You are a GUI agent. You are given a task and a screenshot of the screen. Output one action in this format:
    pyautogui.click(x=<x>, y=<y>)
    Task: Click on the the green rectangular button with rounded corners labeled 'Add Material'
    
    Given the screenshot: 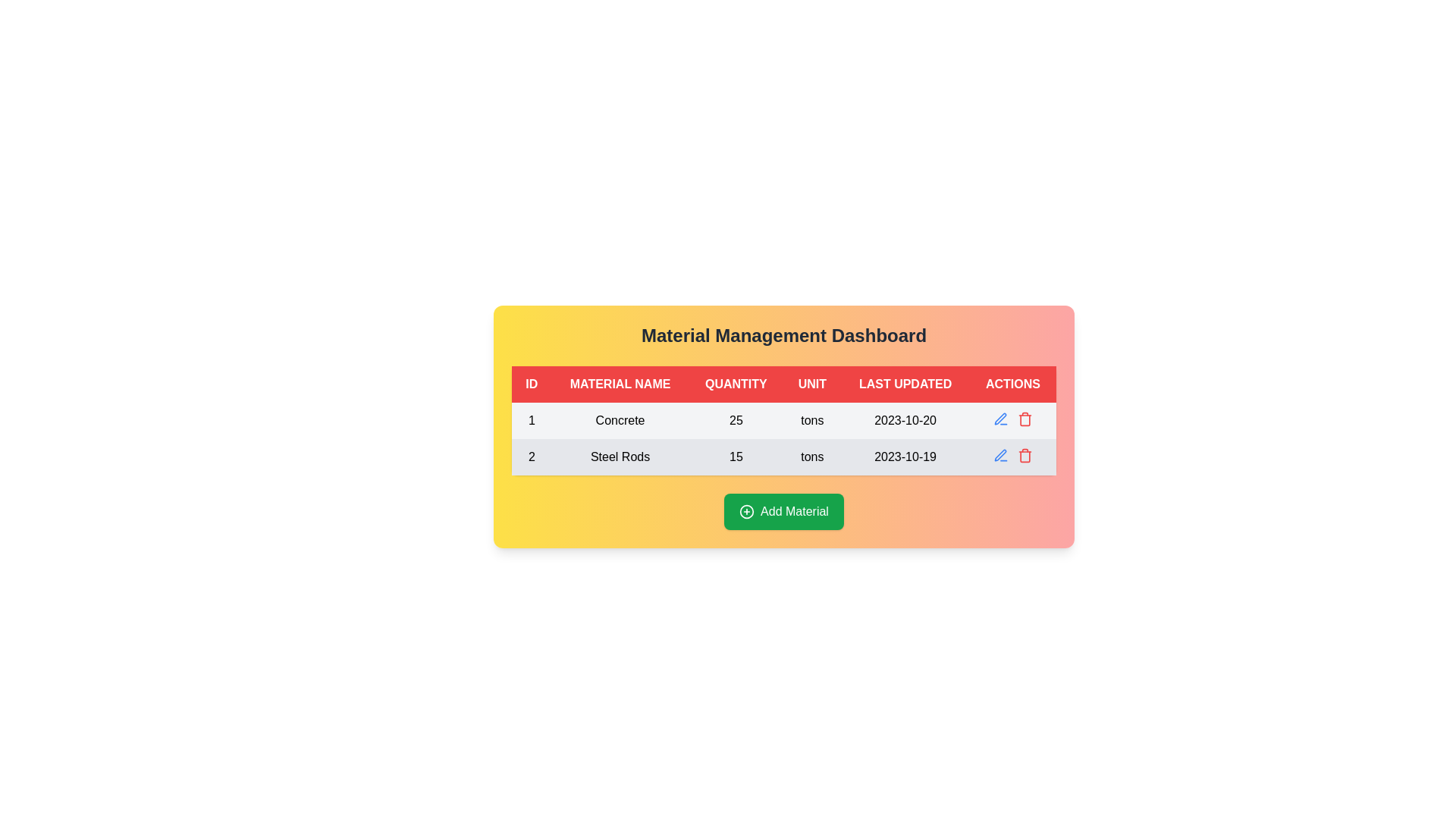 What is the action you would take?
    pyautogui.click(x=783, y=512)
    